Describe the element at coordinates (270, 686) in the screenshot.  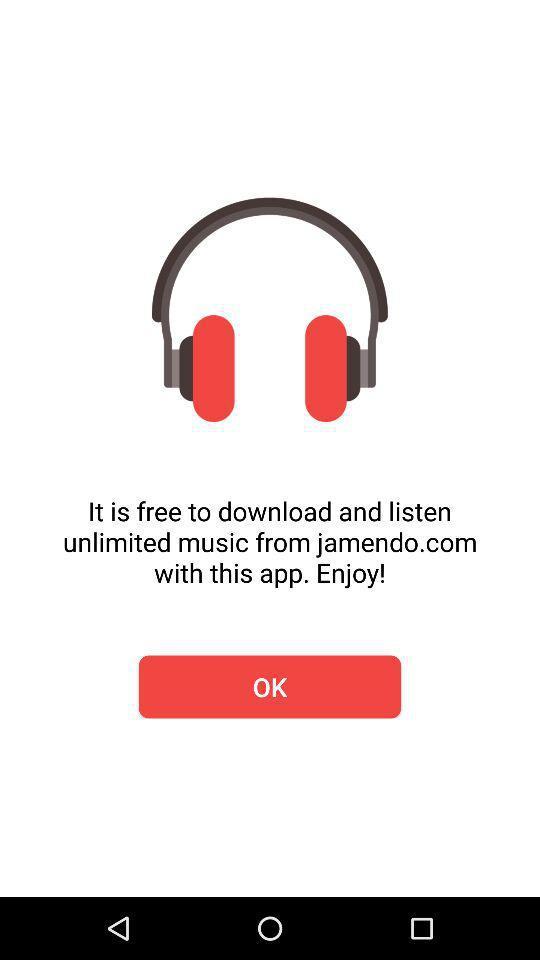
I see `ok icon` at that location.